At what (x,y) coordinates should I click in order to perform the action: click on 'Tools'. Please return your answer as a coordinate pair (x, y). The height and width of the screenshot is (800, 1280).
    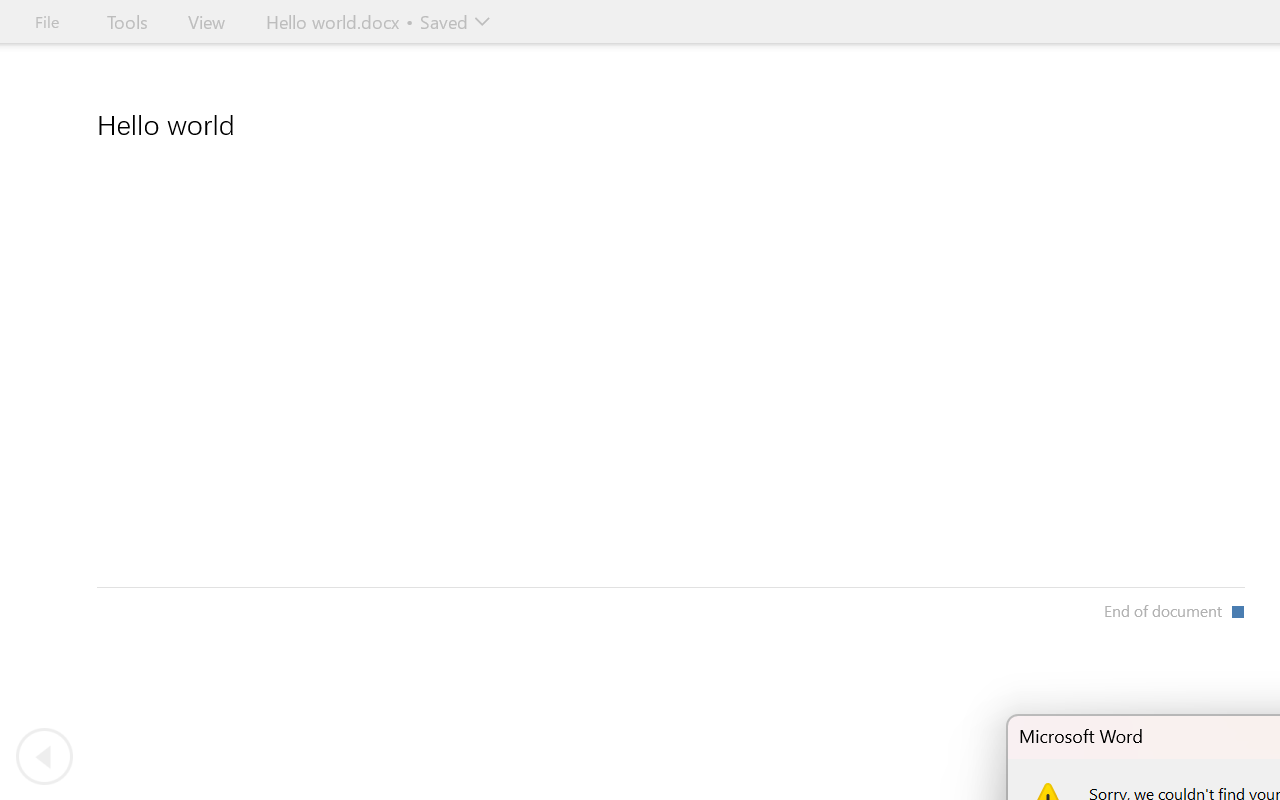
    Looking at the image, I should click on (126, 21).